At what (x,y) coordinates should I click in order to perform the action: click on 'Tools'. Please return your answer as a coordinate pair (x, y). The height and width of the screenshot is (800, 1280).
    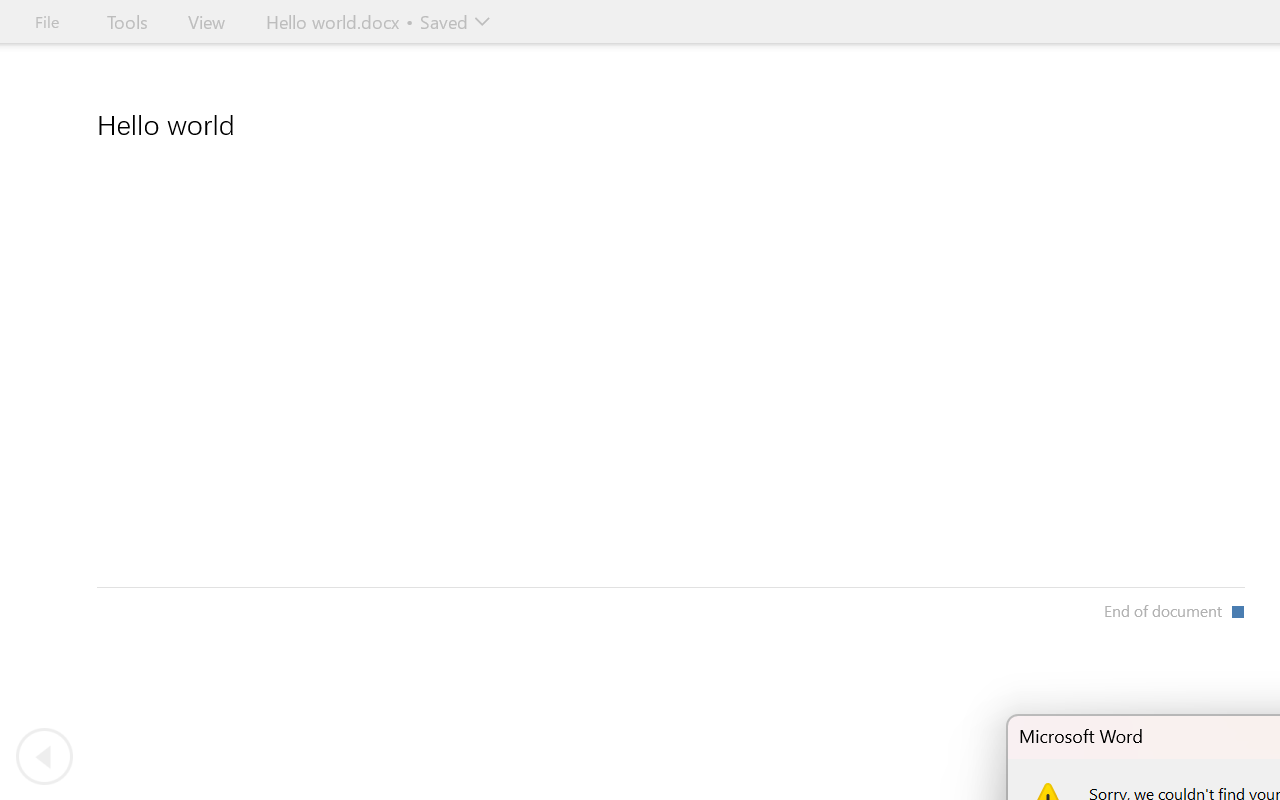
    Looking at the image, I should click on (126, 21).